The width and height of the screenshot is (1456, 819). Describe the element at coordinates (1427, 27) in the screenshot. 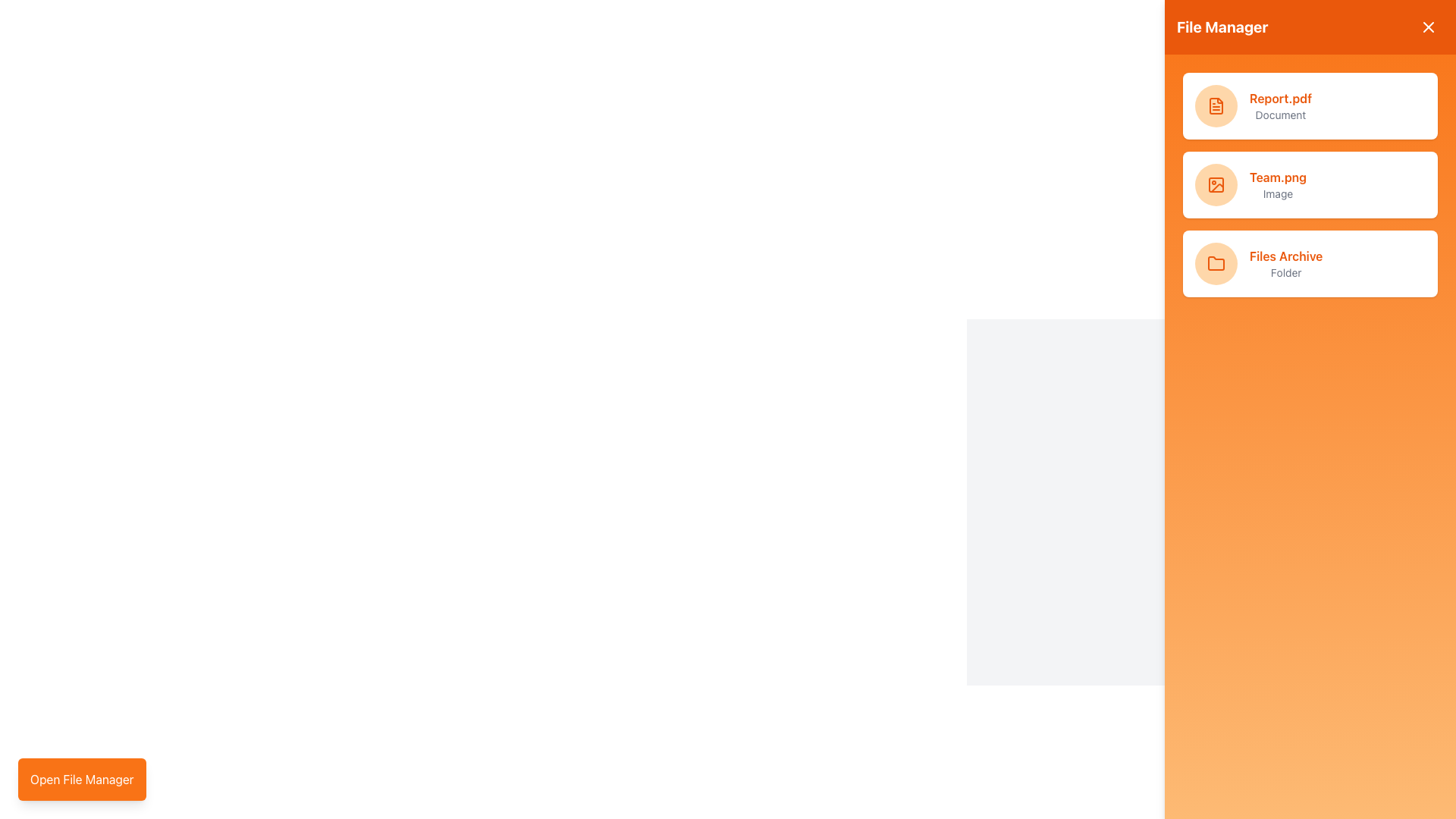

I see `the close button located in the top-right corner of the orange file manager panel, which has a white 'X' symbol against an orange background` at that location.